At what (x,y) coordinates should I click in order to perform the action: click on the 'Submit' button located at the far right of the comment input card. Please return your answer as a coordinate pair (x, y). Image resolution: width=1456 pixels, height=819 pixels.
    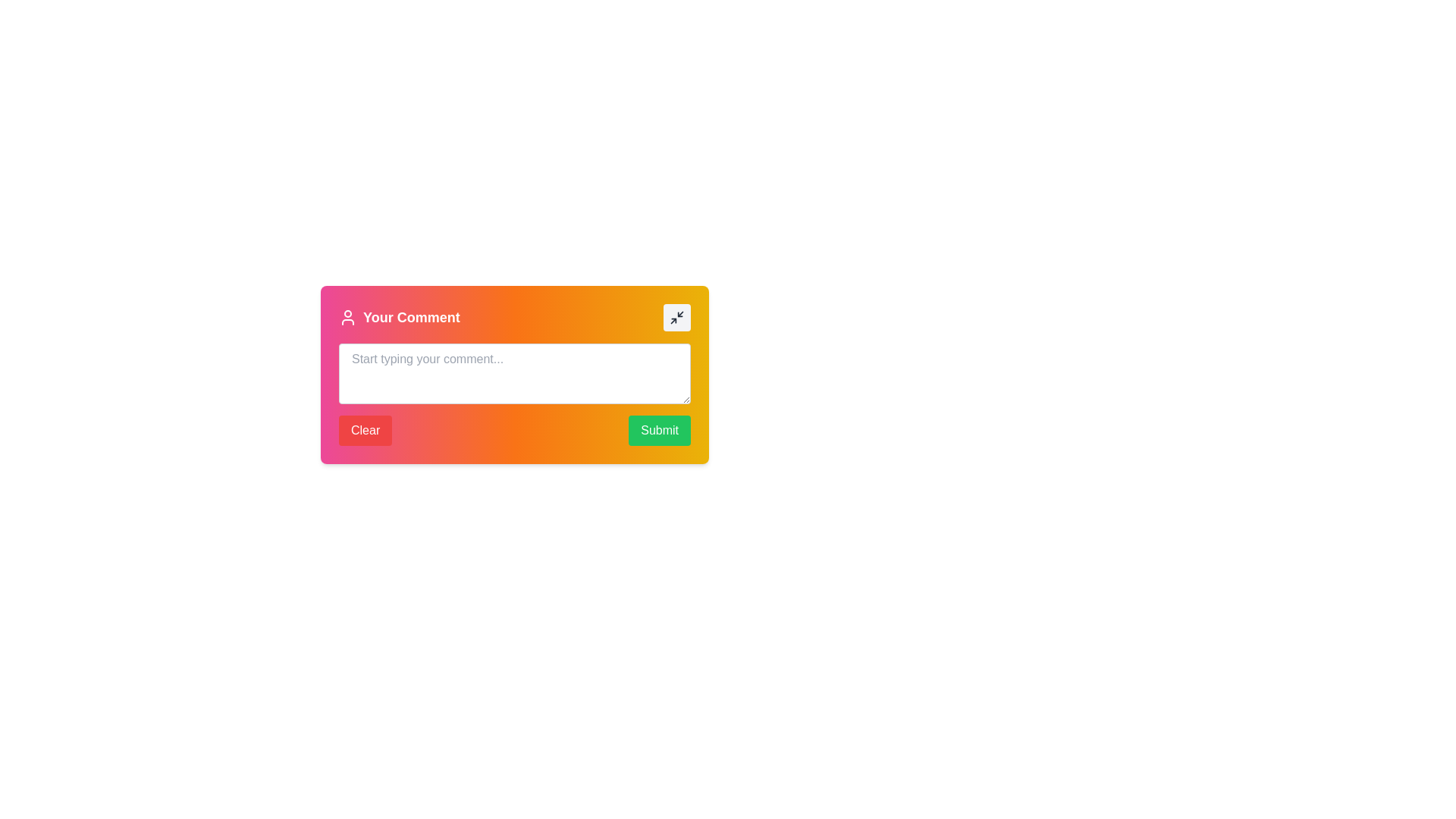
    Looking at the image, I should click on (660, 430).